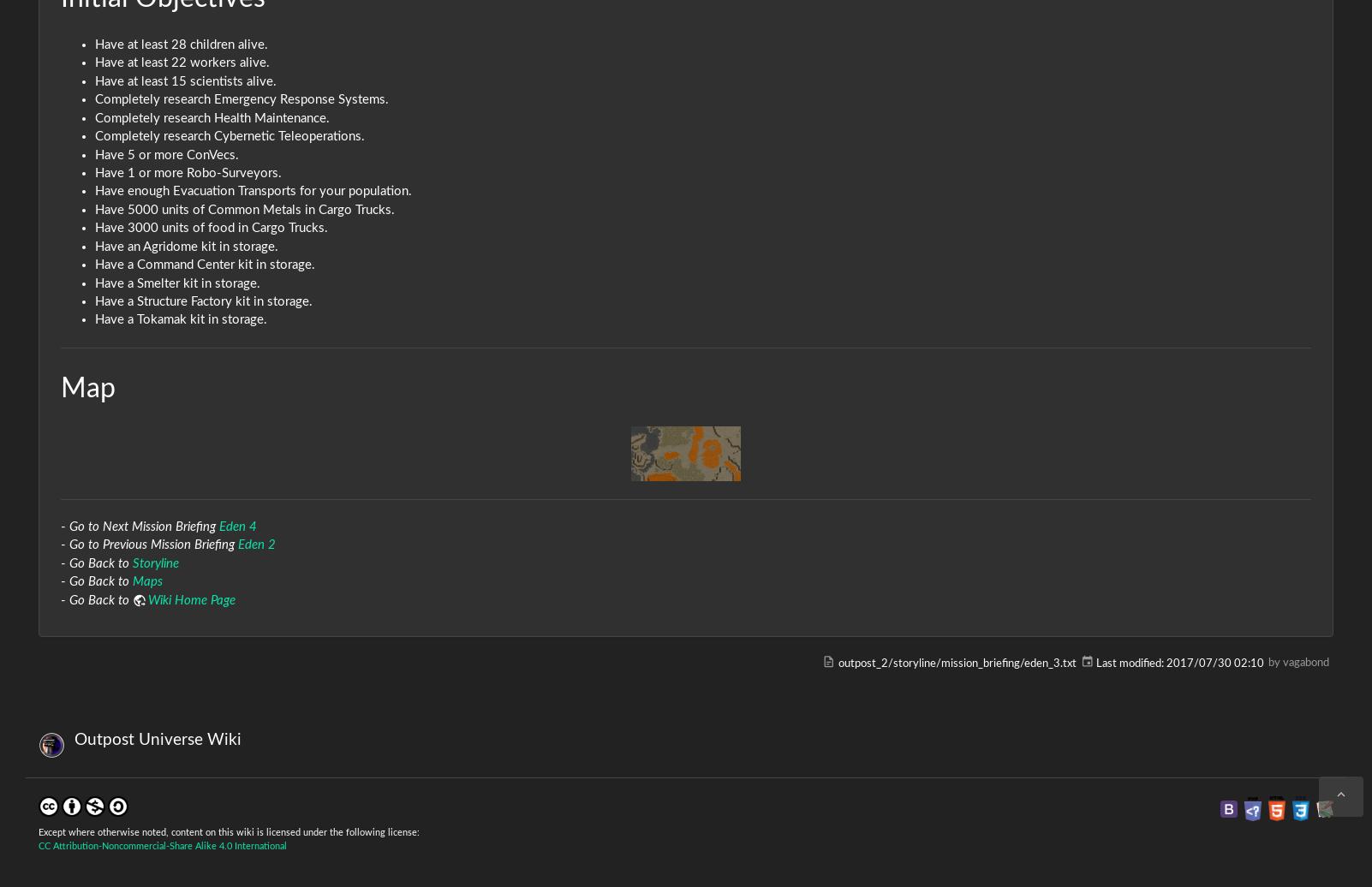 The height and width of the screenshot is (887, 1372). I want to click on 'Storyline', so click(133, 563).